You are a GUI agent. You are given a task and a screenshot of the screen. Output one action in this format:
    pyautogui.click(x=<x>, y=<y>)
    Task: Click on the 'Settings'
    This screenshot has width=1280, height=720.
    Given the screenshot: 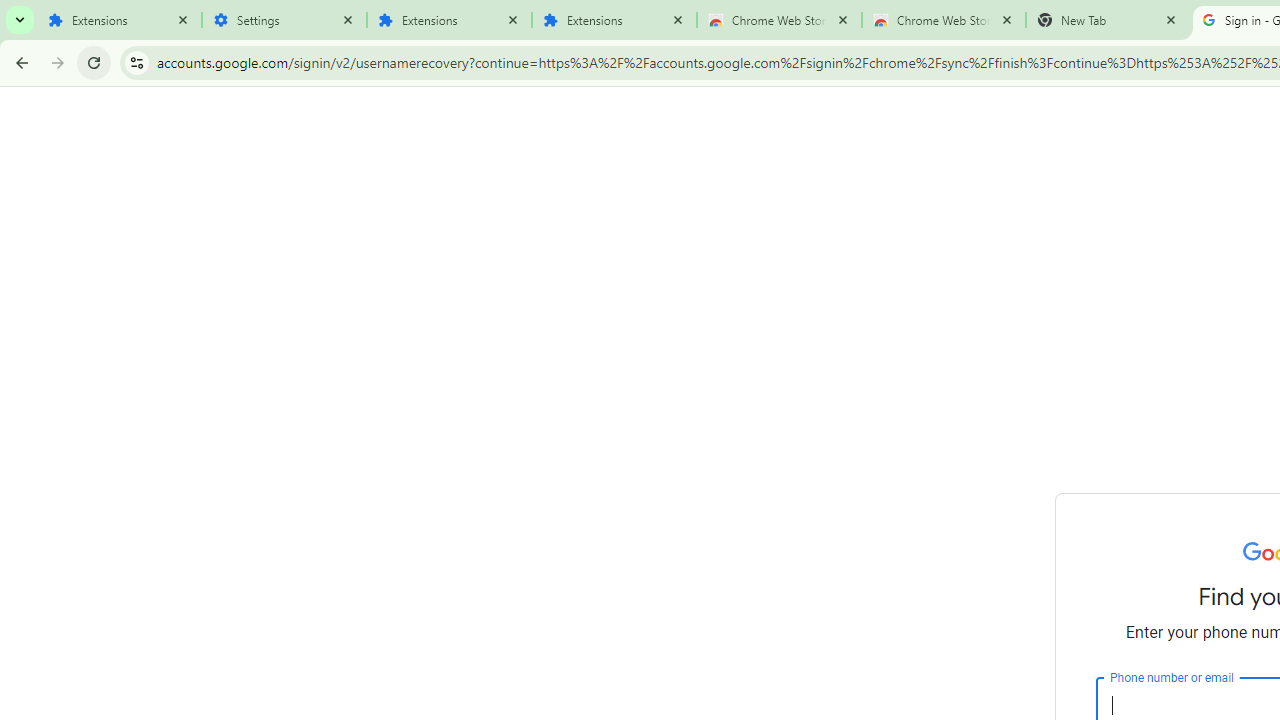 What is the action you would take?
    pyautogui.click(x=283, y=20)
    